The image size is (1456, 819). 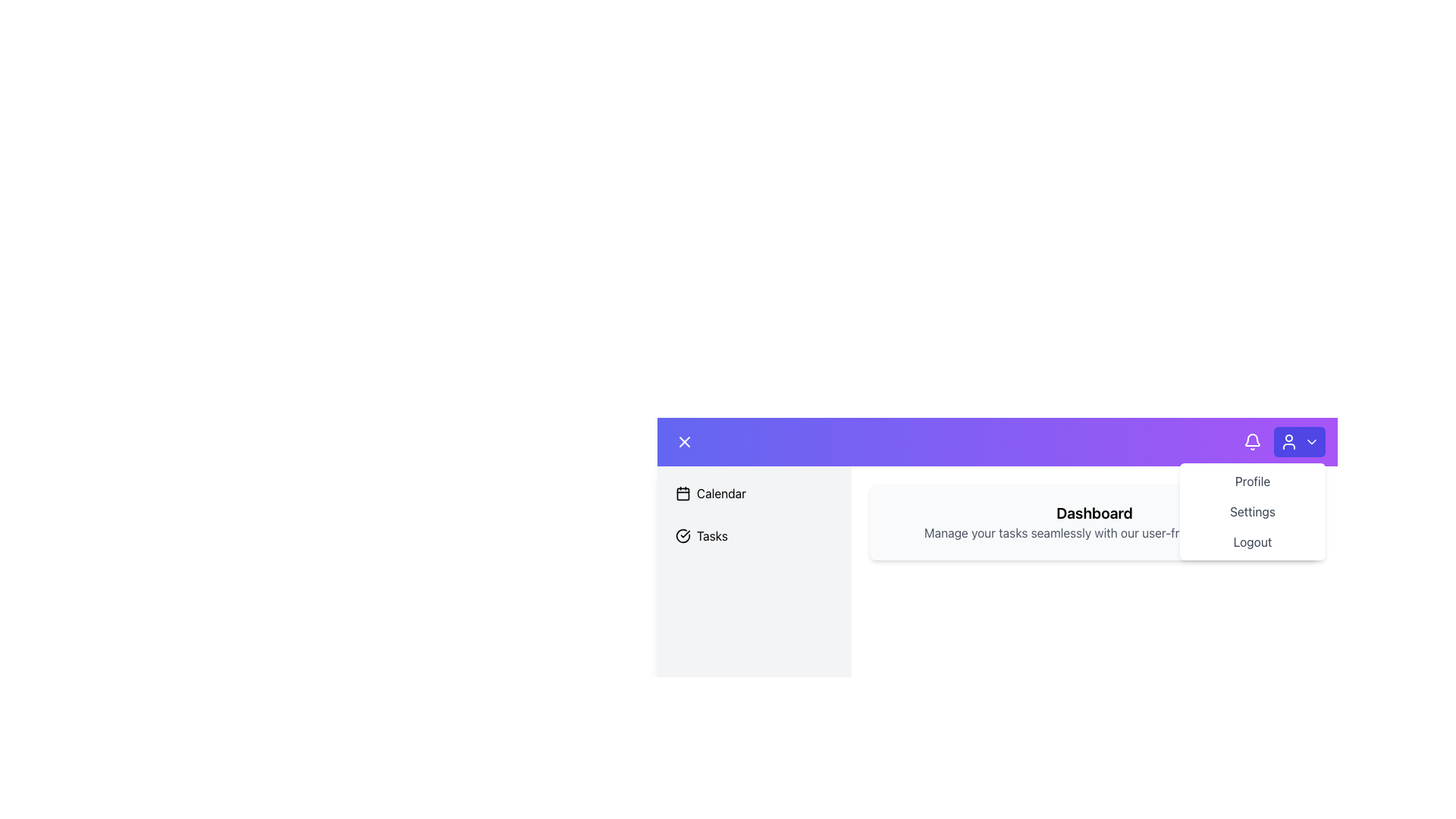 I want to click on the square button with a gradient background and a white 'X' icon, so click(x=683, y=441).